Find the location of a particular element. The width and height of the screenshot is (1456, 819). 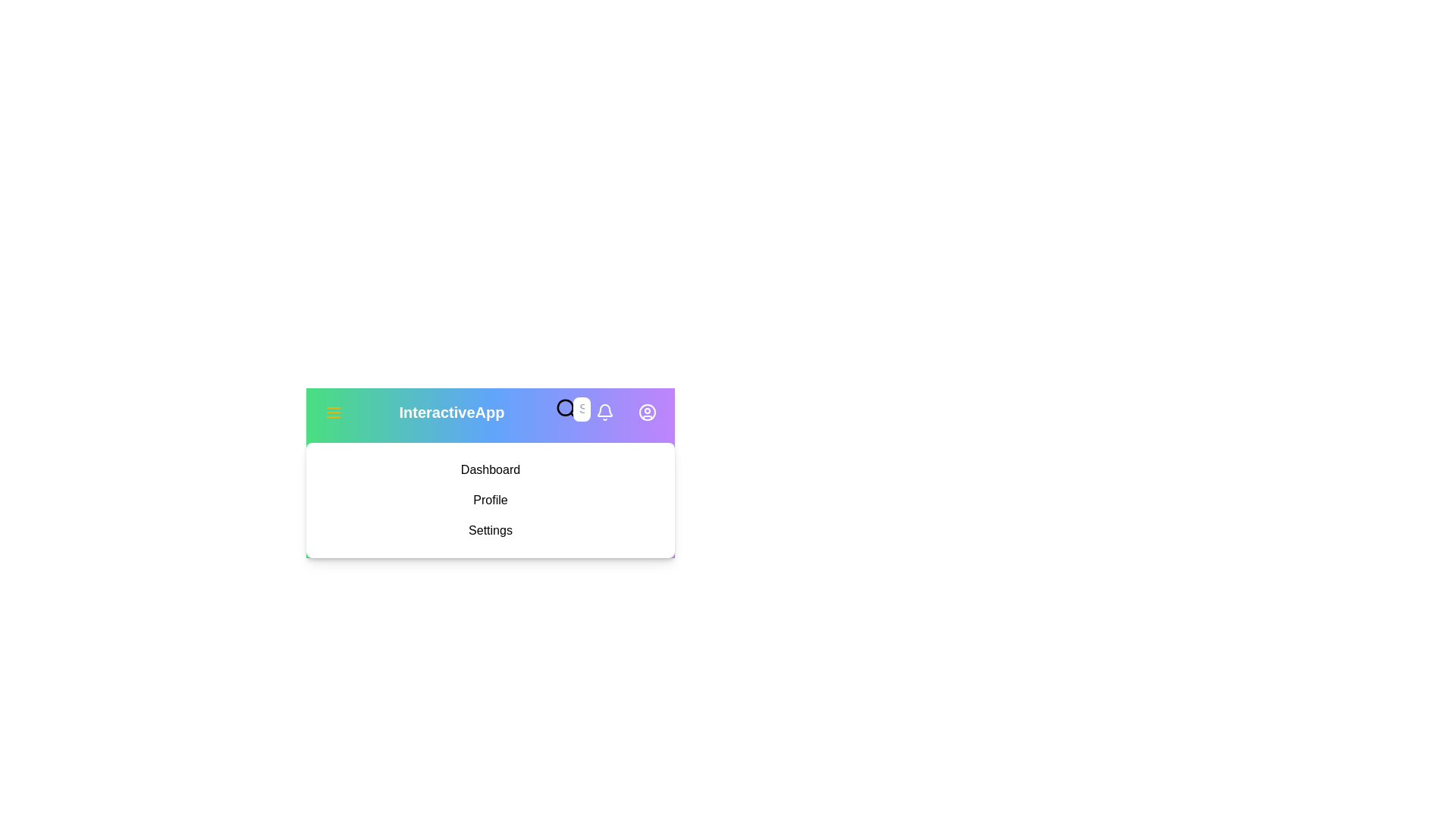

the menu icon button to toggle the sidebar is located at coordinates (333, 412).